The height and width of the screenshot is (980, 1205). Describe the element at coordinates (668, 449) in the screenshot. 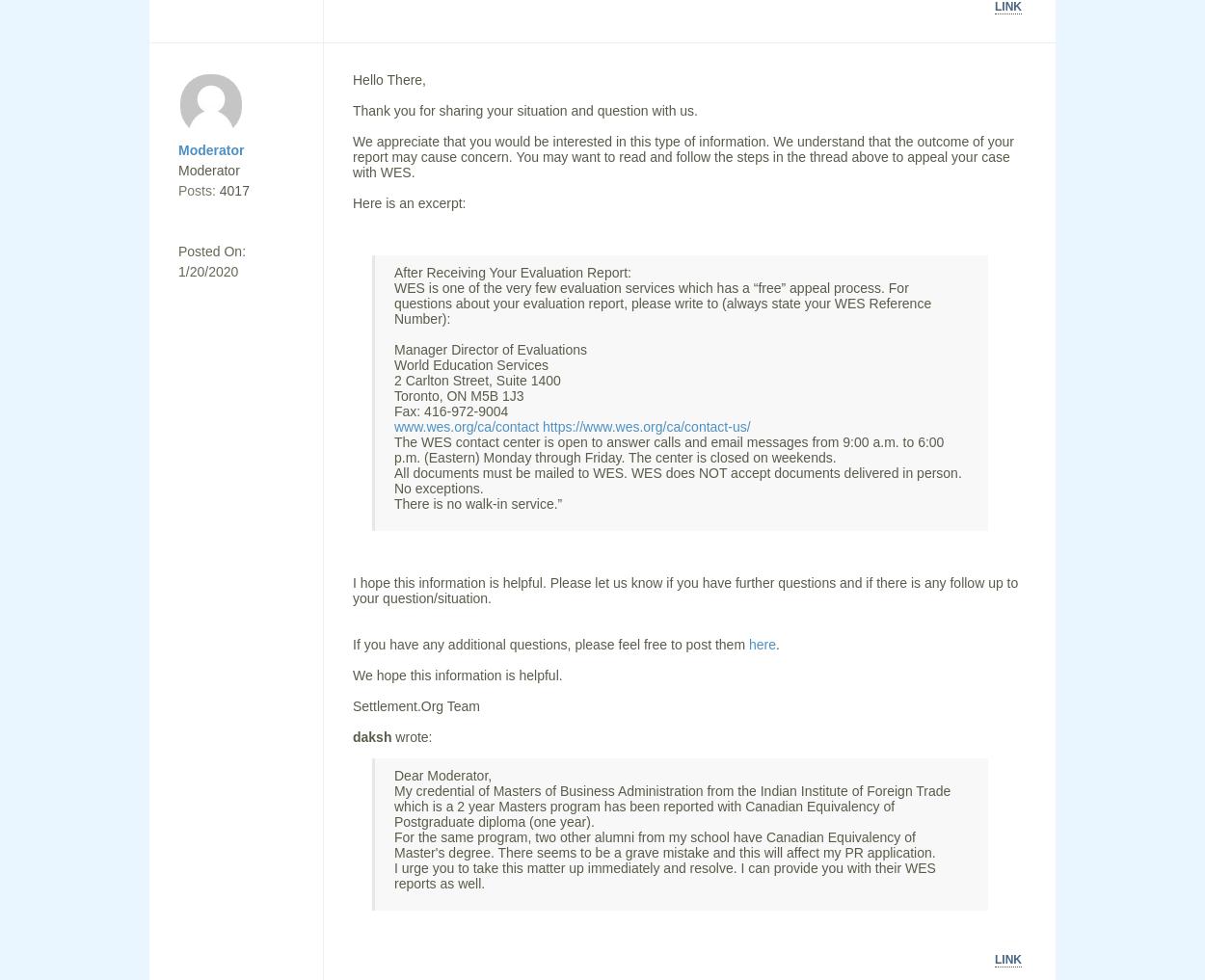

I see `'The WES contact center is open to answer calls and email messages from 9:00 a.m. to 6:00 p.m. (Eastern) Monday through Friday. The center is closed on weekends.'` at that location.